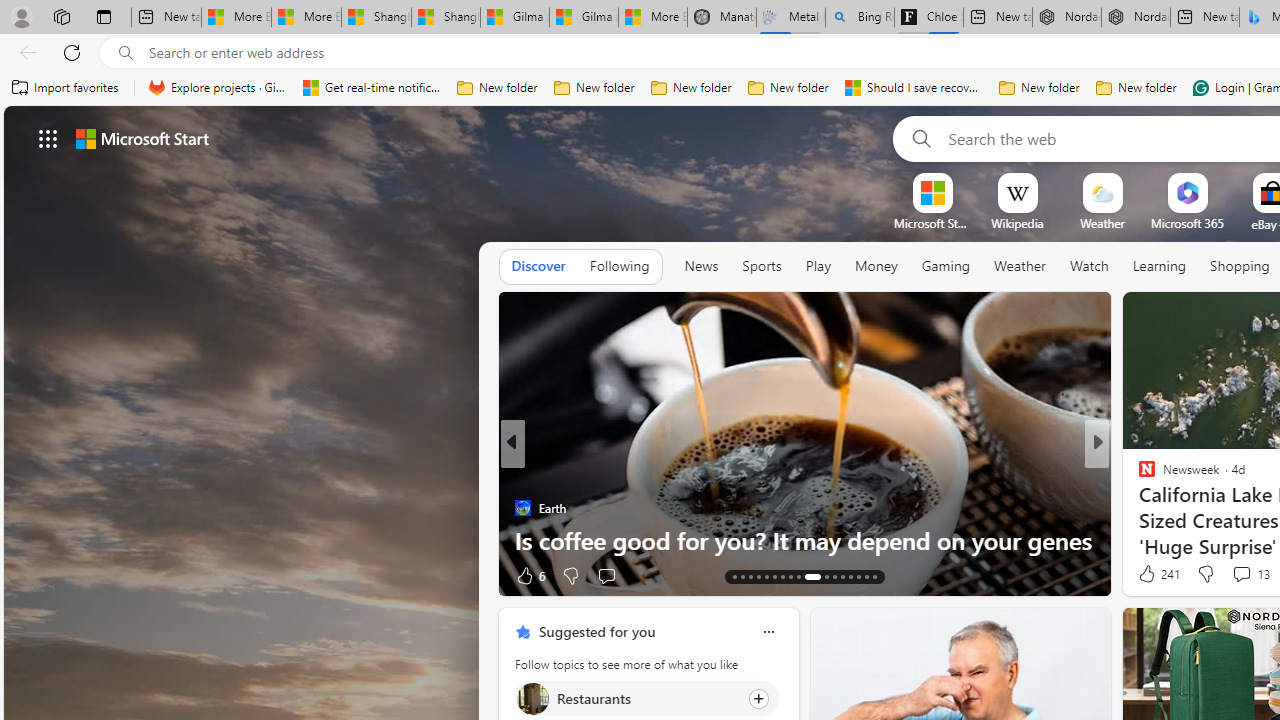  What do you see at coordinates (1204, 574) in the screenshot?
I see `'Dislike'` at bounding box center [1204, 574].